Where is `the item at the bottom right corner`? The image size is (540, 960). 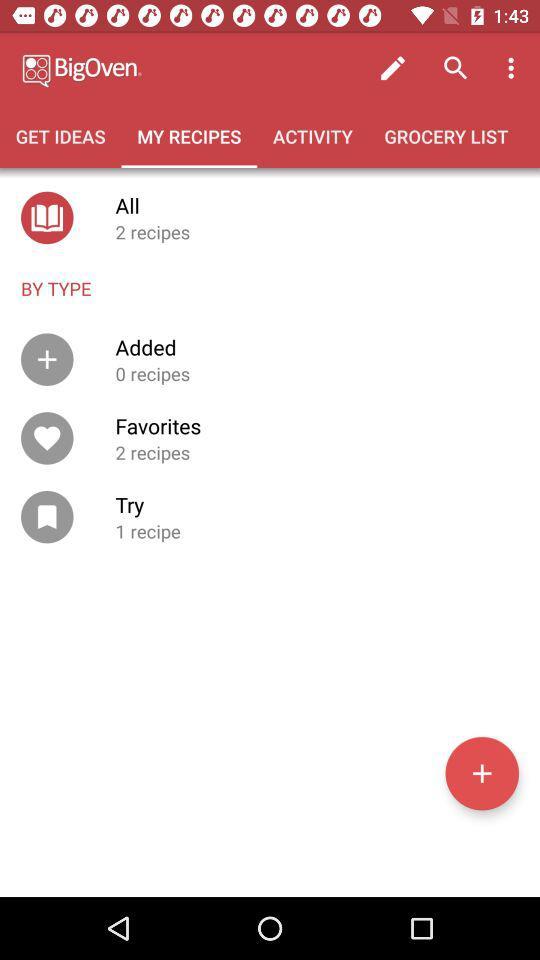 the item at the bottom right corner is located at coordinates (481, 772).